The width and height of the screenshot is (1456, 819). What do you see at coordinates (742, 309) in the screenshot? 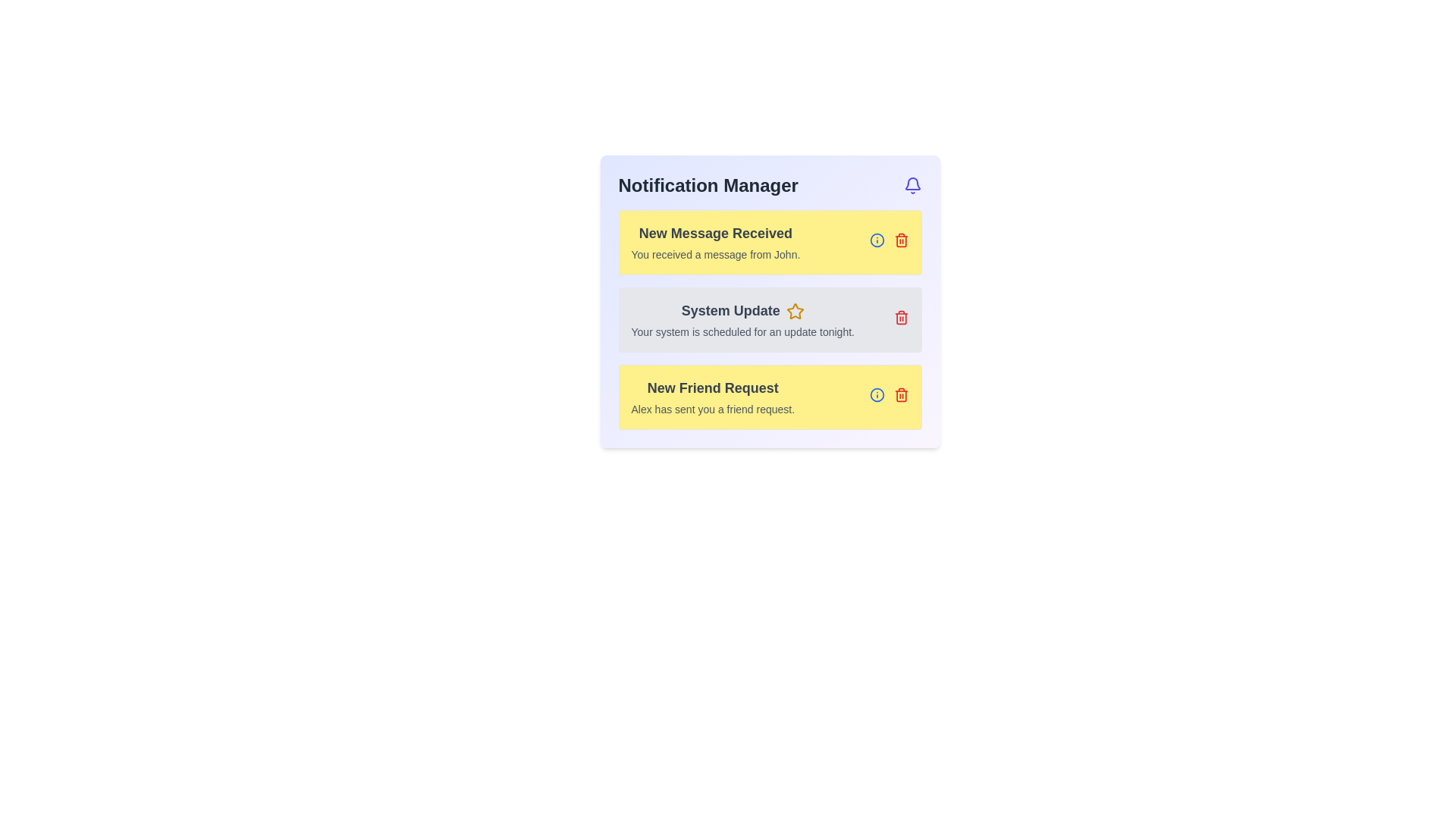
I see `the text label that communicates the title or subject of the current notification within the 'Notification Manager' panel, located between 'New Message Received' and 'New Friend Request'` at bounding box center [742, 309].